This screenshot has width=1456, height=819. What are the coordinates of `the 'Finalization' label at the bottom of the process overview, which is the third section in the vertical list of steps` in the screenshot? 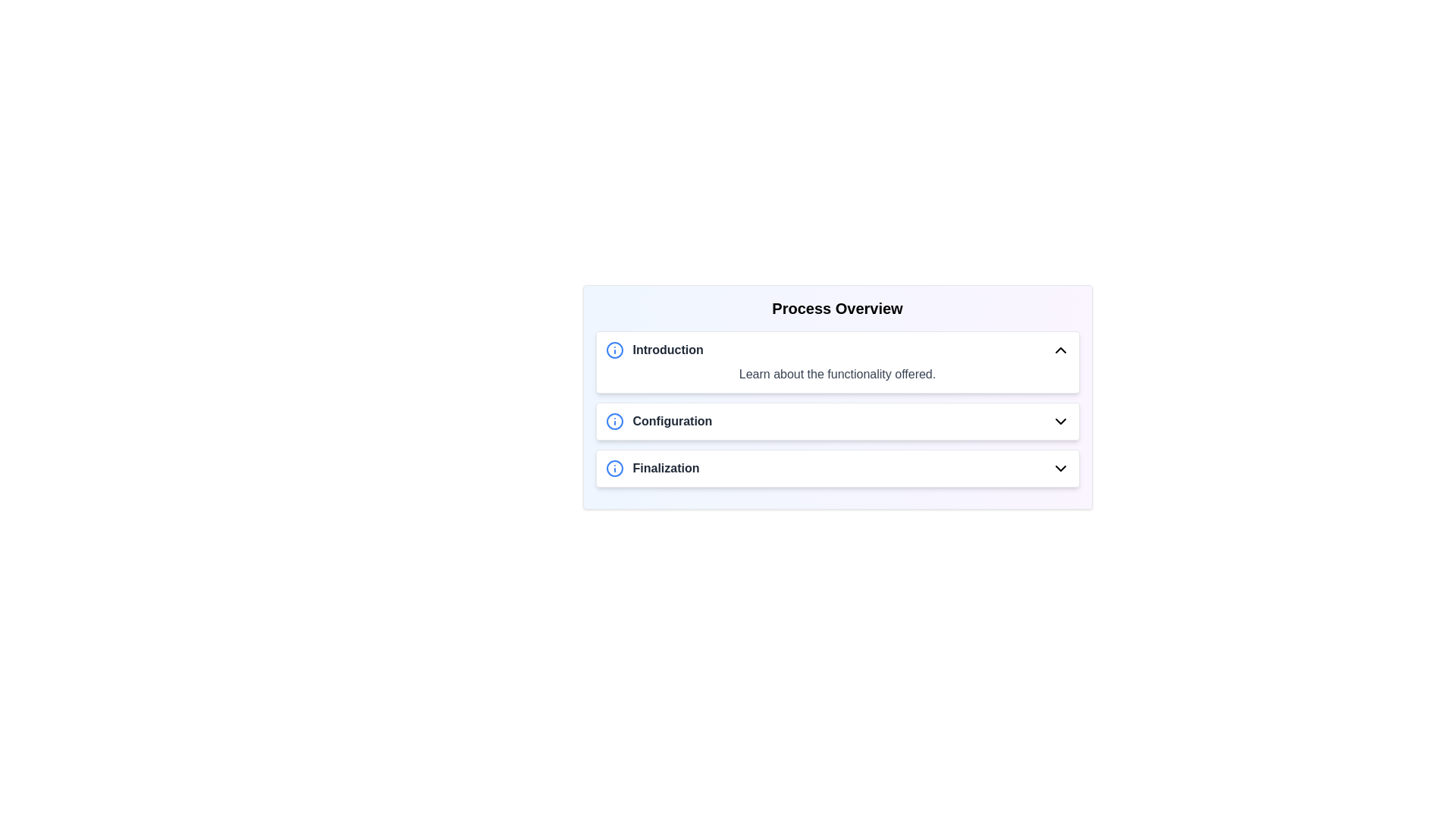 It's located at (652, 467).